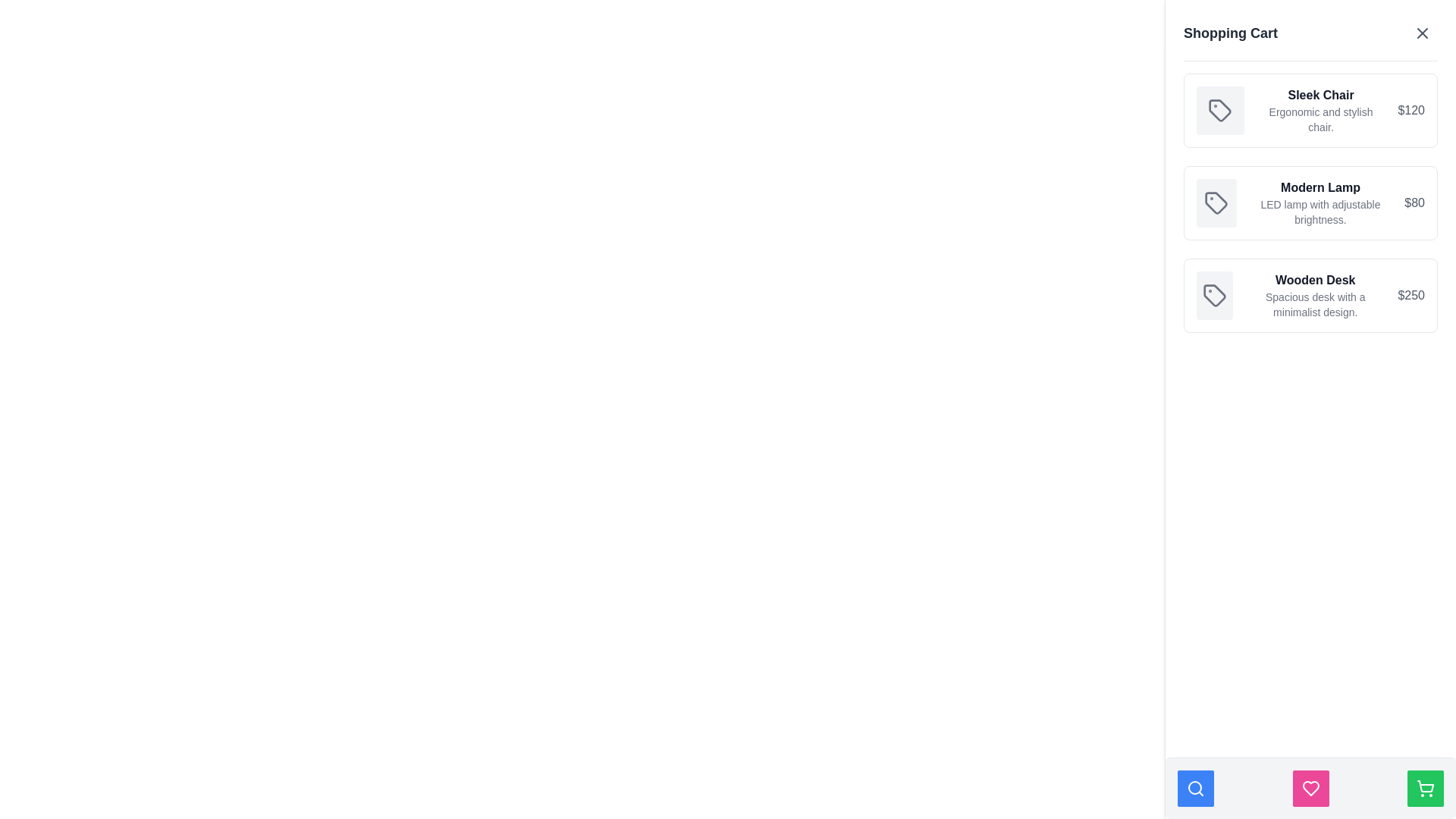 This screenshot has height=819, width=1456. What do you see at coordinates (1425, 786) in the screenshot?
I see `the main body of the shopping cart icon located in the bottom-right corner of the interface` at bounding box center [1425, 786].